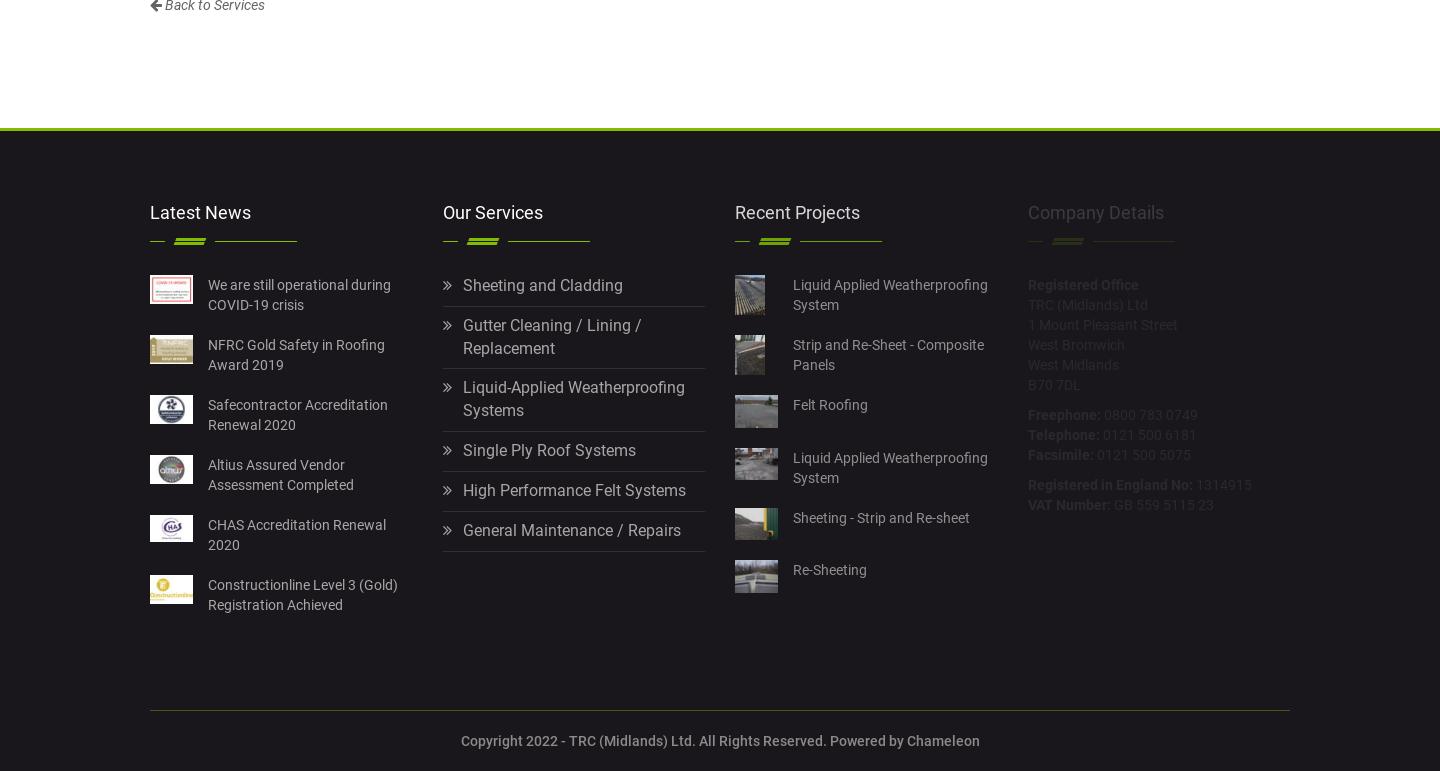 The height and width of the screenshot is (771, 1440). What do you see at coordinates (1220, 484) in the screenshot?
I see `'1314915'` at bounding box center [1220, 484].